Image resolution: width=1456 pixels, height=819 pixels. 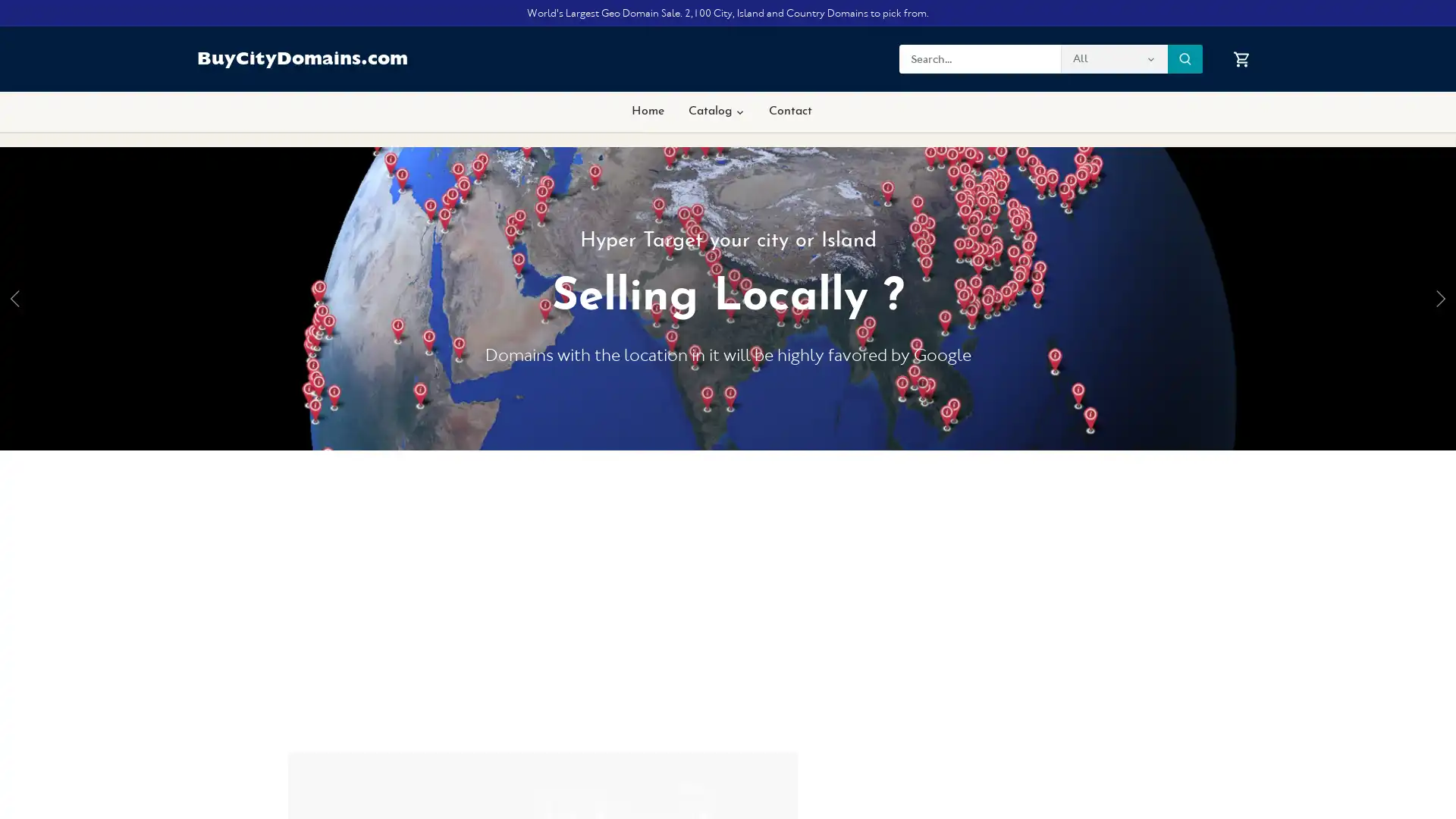 I want to click on Submit, so click(x=1185, y=58).